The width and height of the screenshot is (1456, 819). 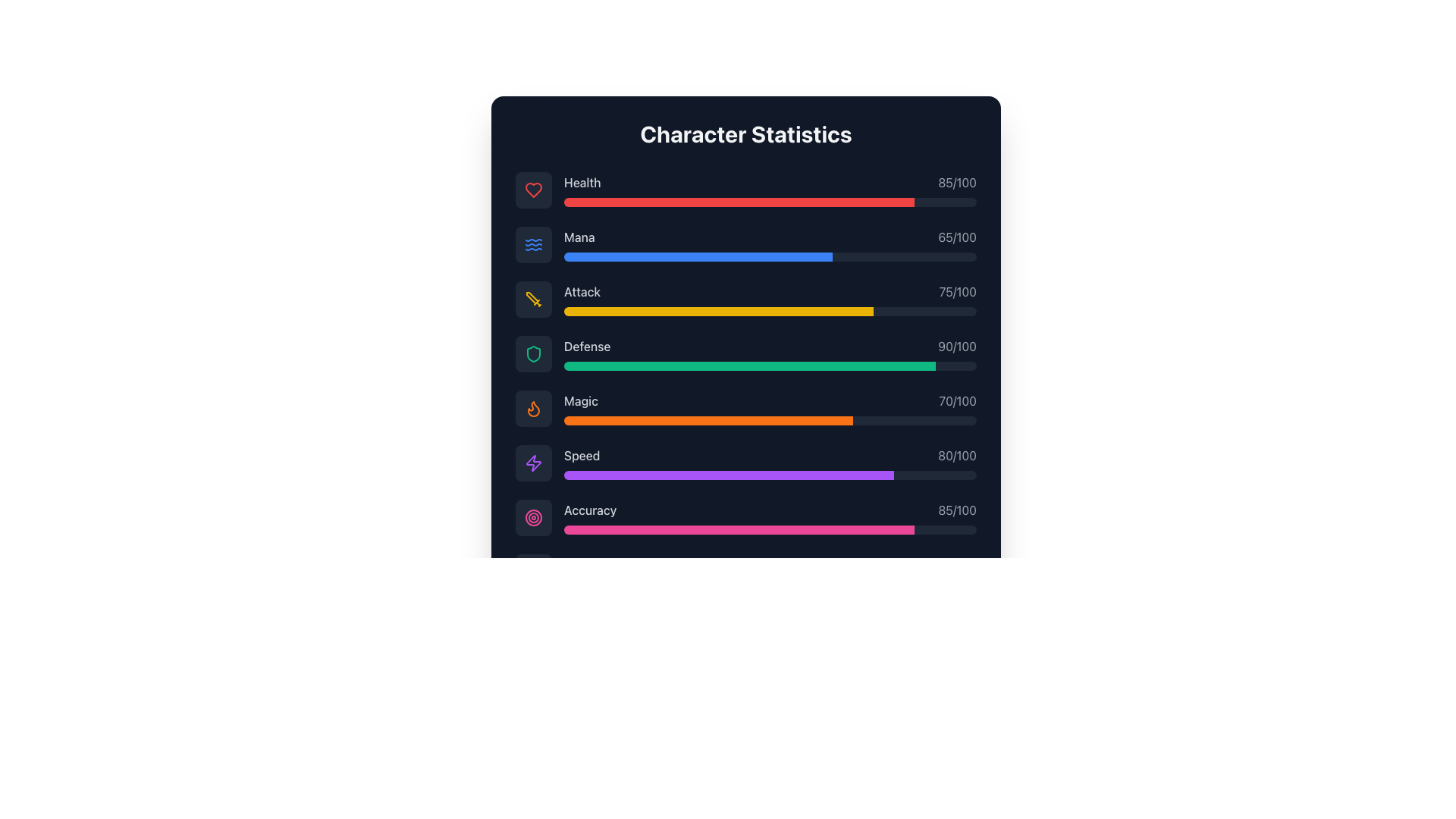 I want to click on the mana statistic icon, which is the second item in the vertical stack of character statistics icons, positioned below the heart-shaped health icon, so click(x=534, y=244).